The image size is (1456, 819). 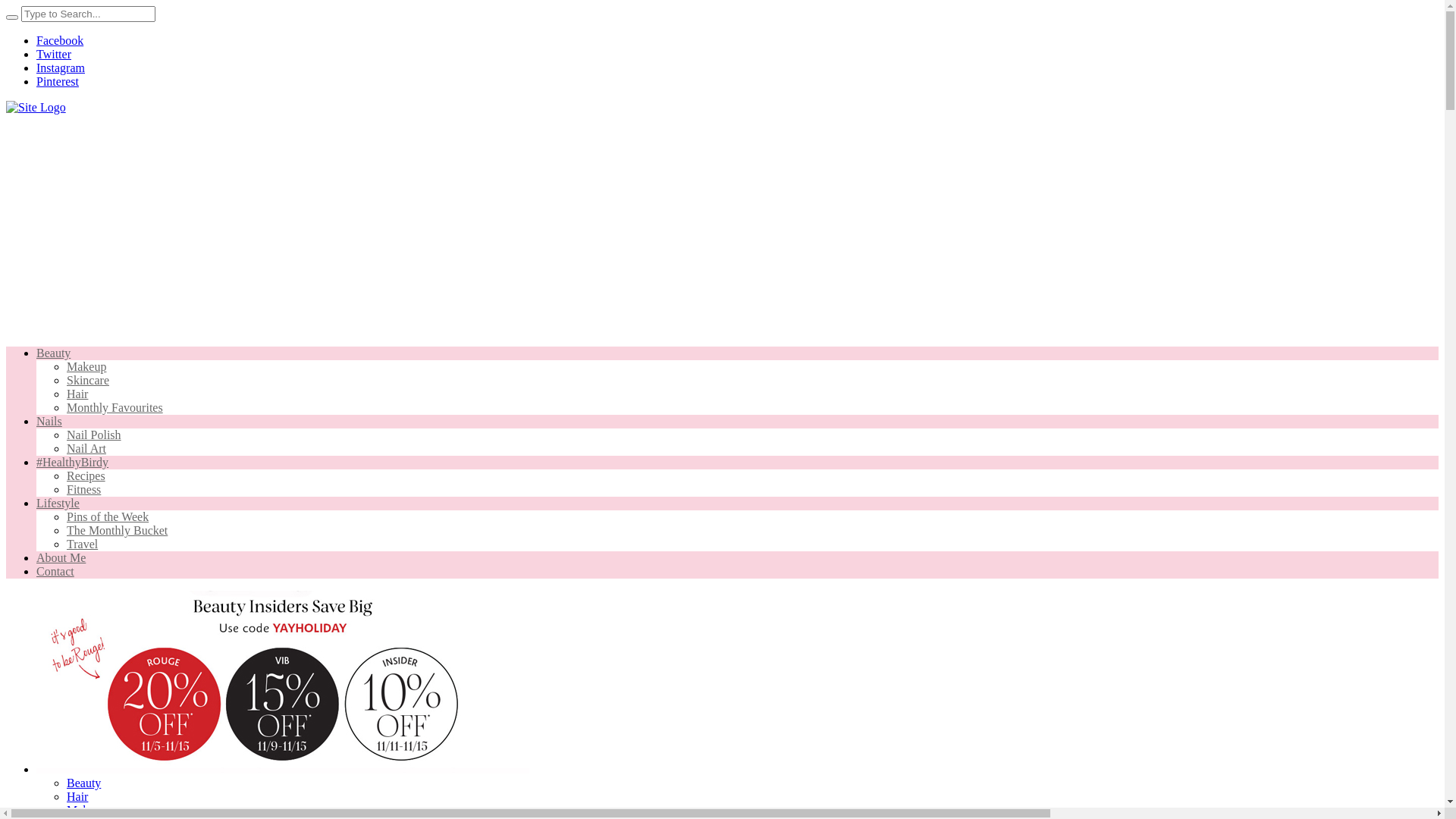 I want to click on 'About Me', so click(x=61, y=557).